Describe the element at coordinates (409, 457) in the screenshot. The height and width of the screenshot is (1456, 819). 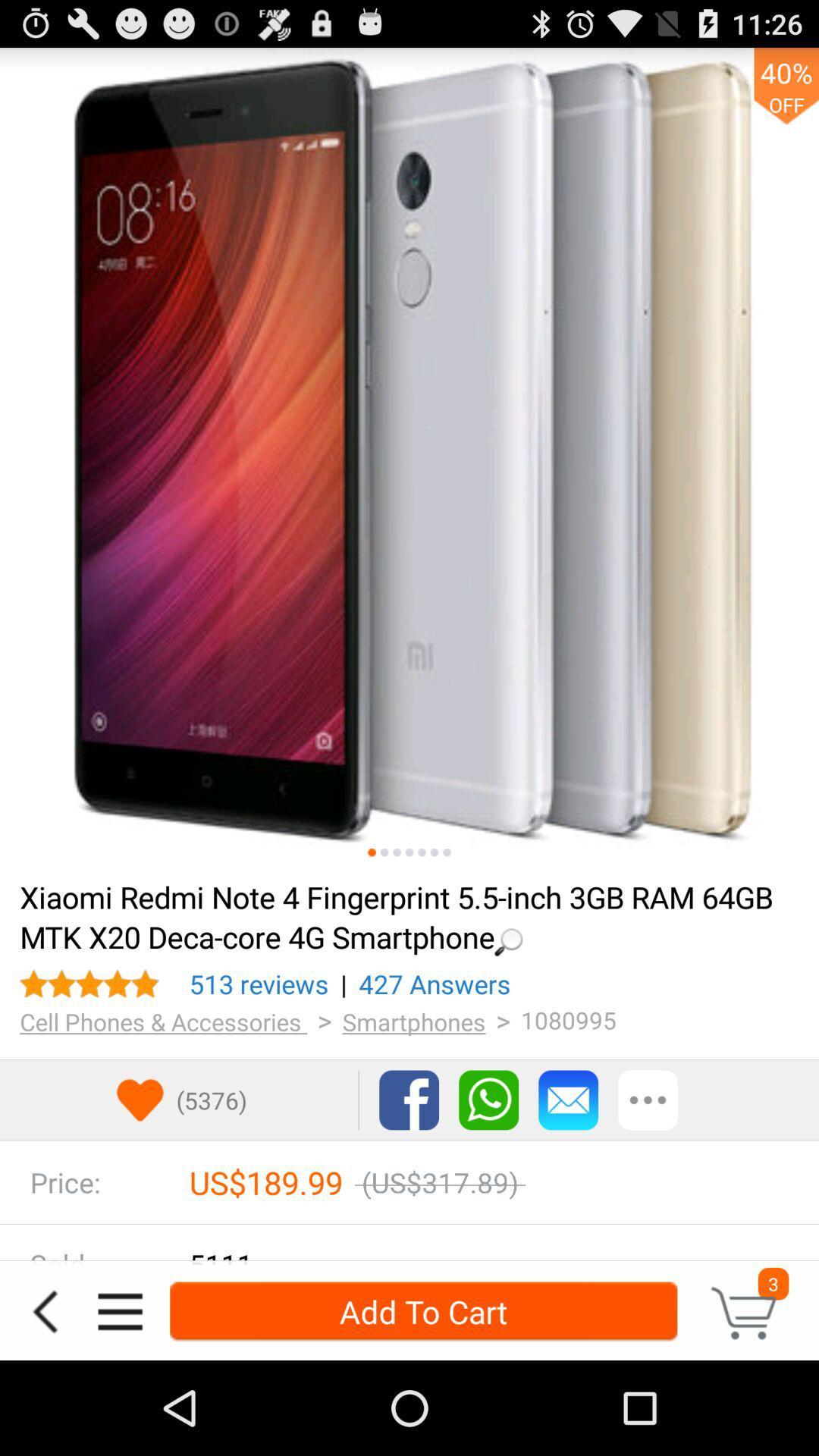
I see `product image` at that location.